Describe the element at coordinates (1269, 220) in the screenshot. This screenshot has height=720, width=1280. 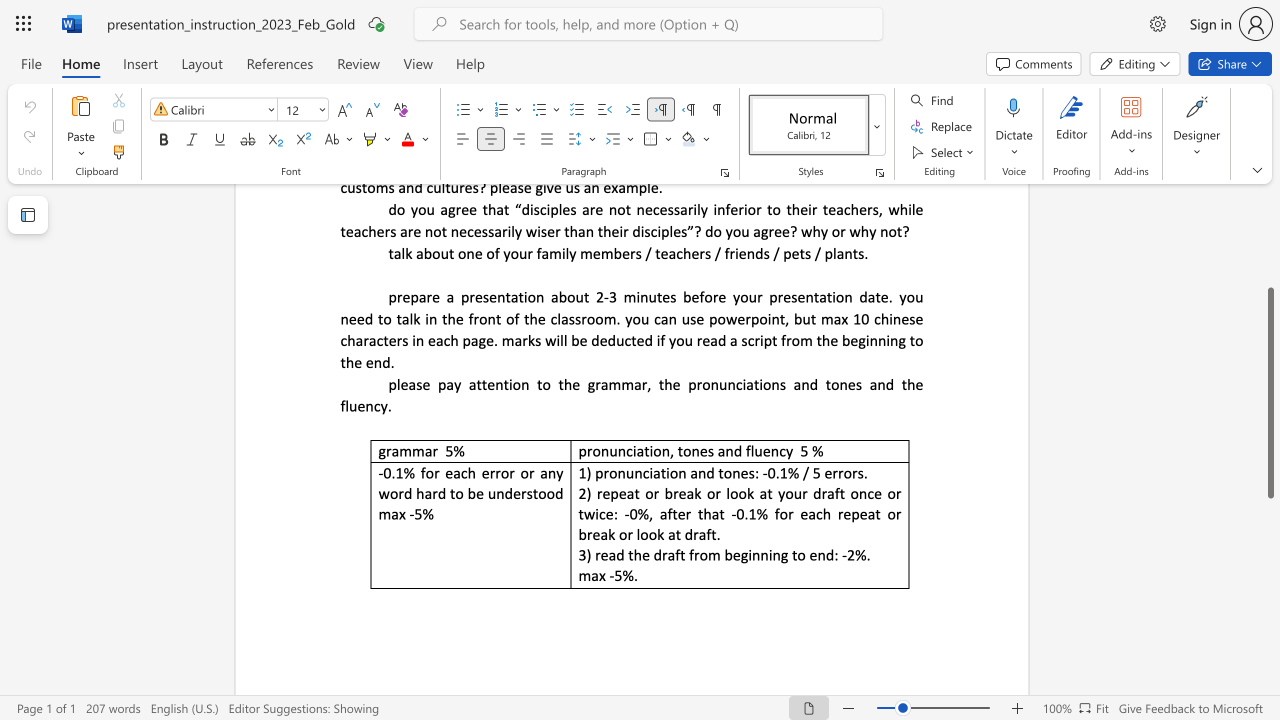
I see `the scrollbar on the right side to scroll the page up` at that location.